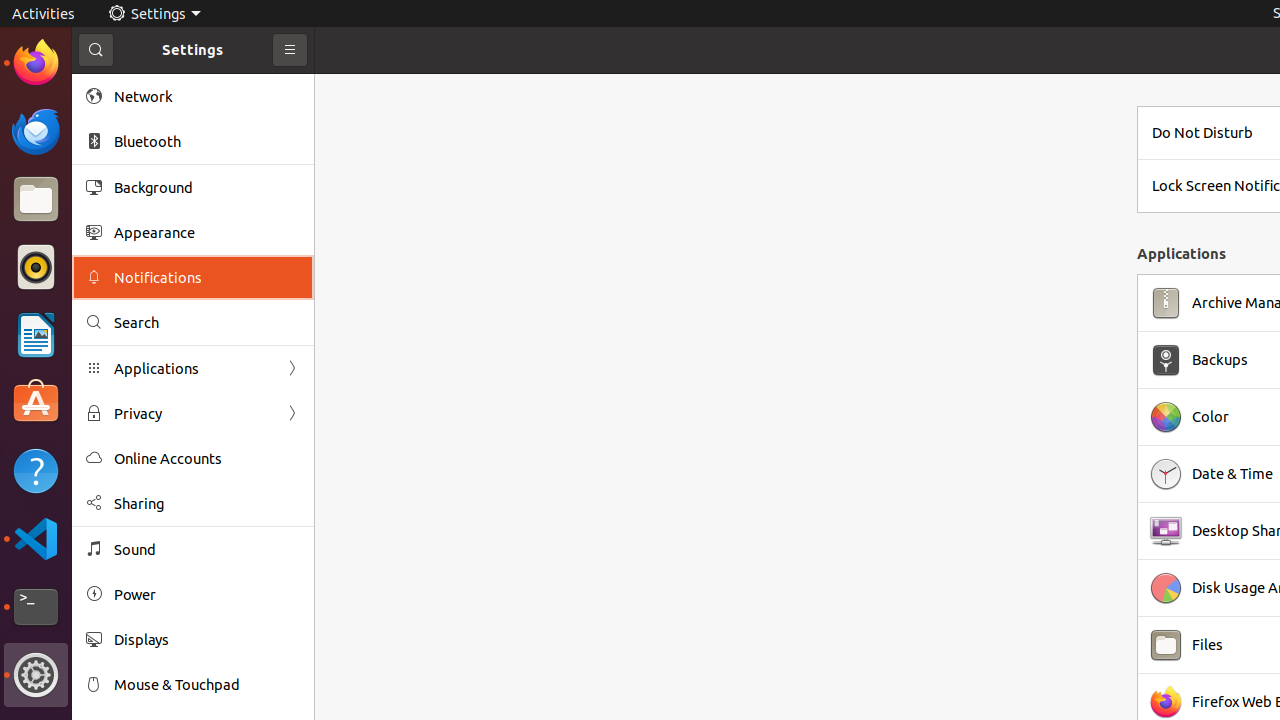  I want to click on 'Sharing', so click(206, 502).